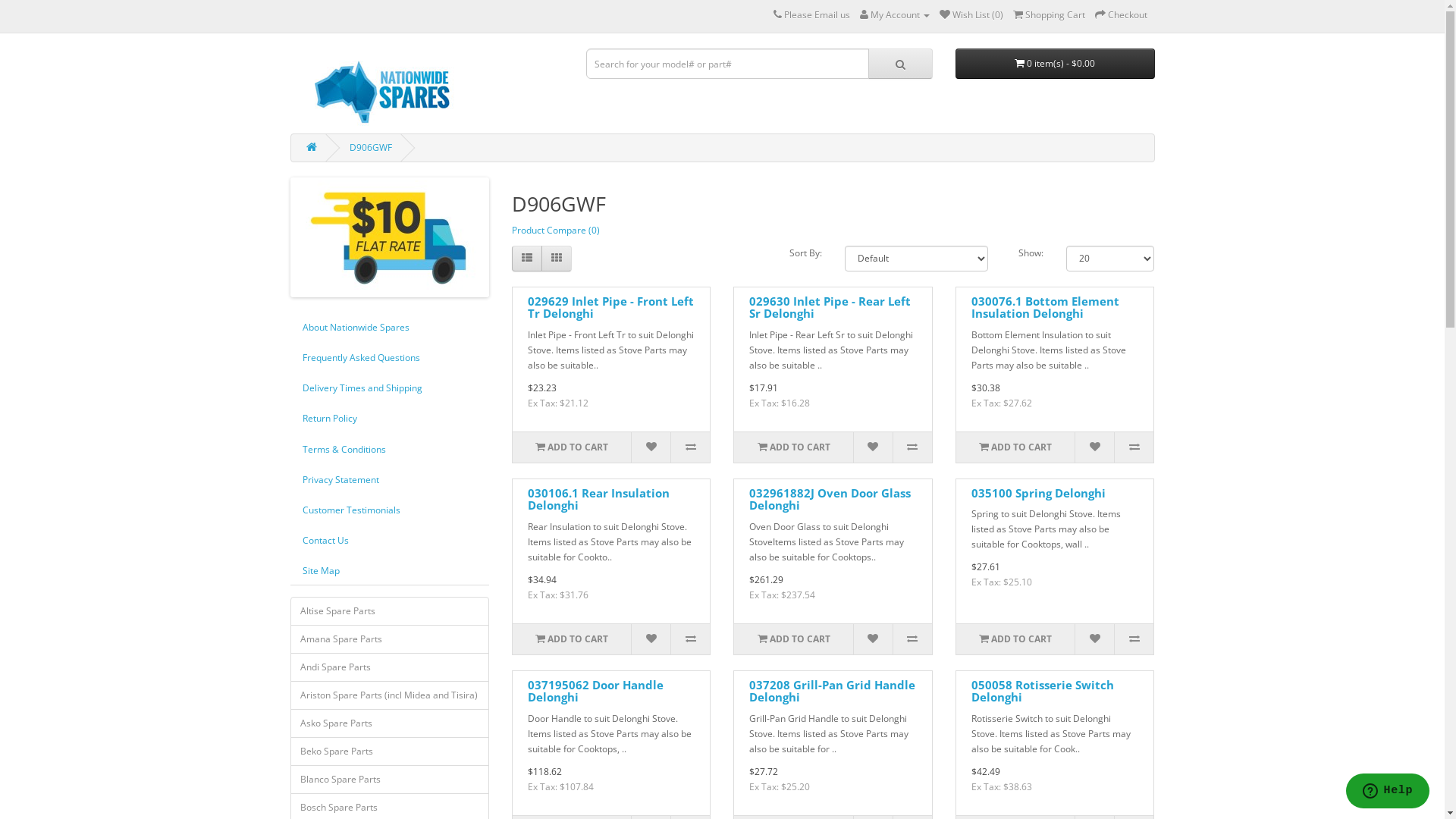 This screenshot has height=819, width=1456. Describe the element at coordinates (1345, 792) in the screenshot. I see `'Opens a widget where you can chat to one of our agents'` at that location.